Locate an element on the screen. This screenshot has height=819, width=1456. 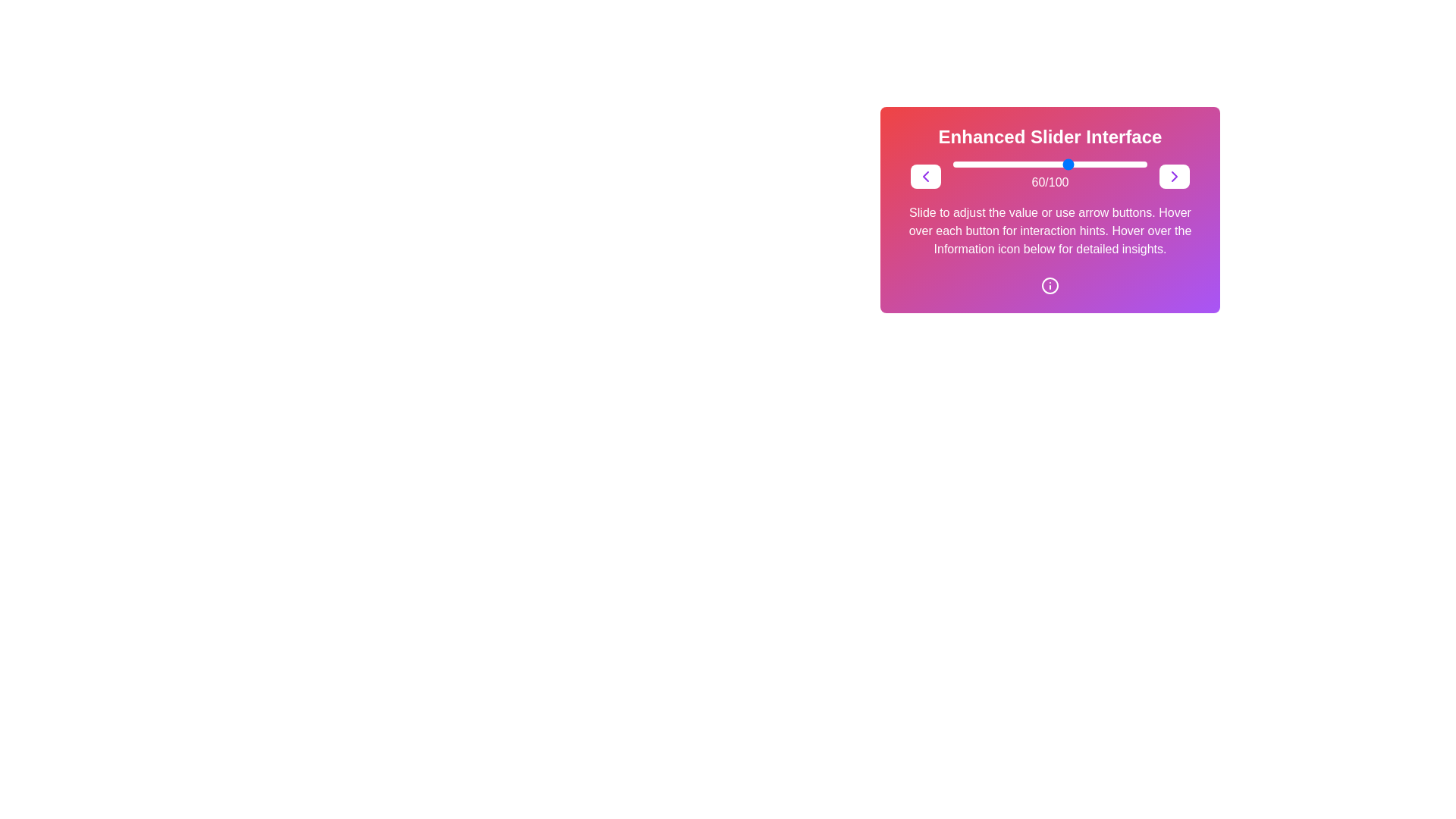
the slider is located at coordinates (999, 164).